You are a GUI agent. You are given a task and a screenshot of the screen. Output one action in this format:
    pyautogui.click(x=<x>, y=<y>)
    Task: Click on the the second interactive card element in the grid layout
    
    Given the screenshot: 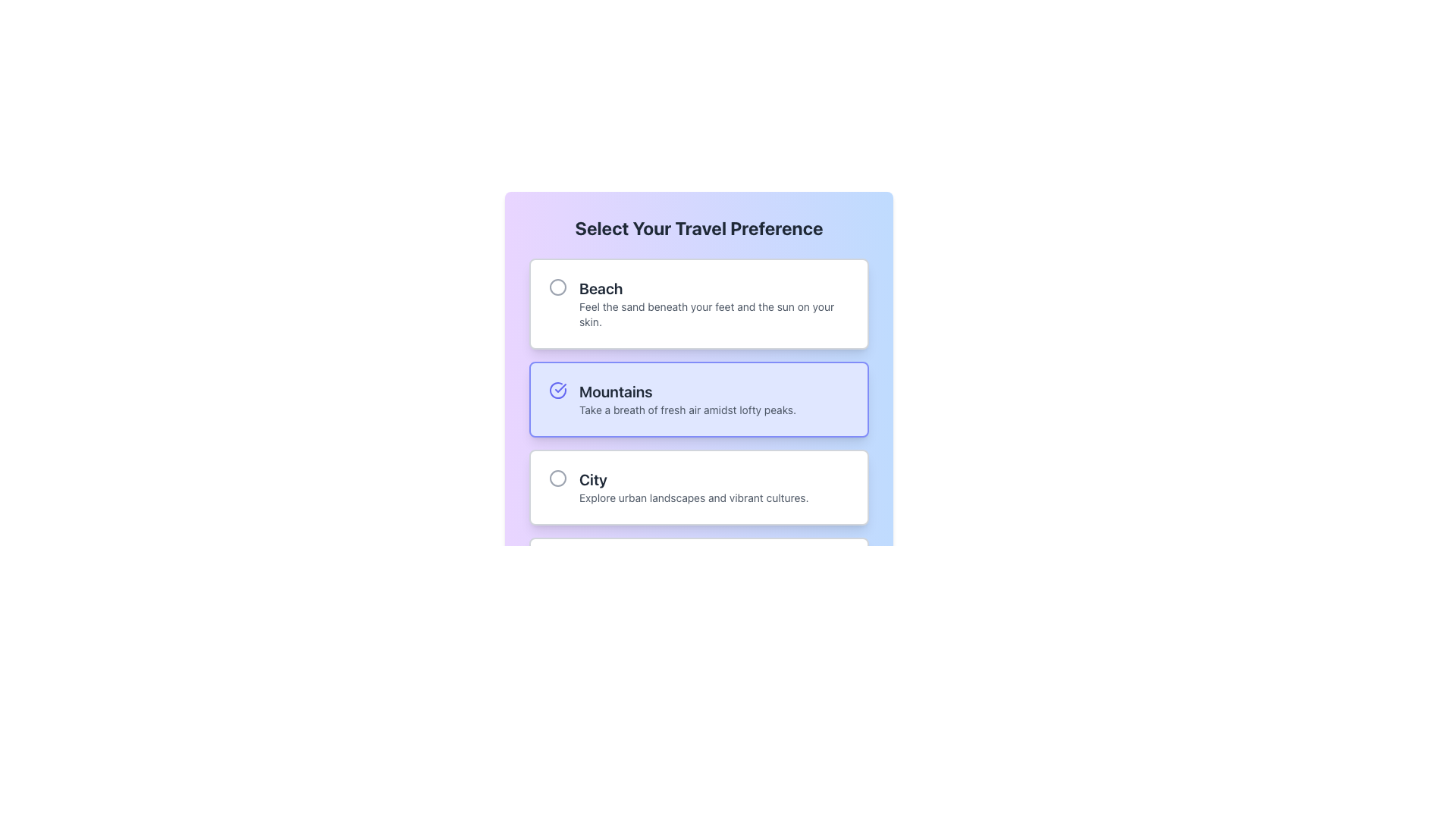 What is the action you would take?
    pyautogui.click(x=698, y=399)
    